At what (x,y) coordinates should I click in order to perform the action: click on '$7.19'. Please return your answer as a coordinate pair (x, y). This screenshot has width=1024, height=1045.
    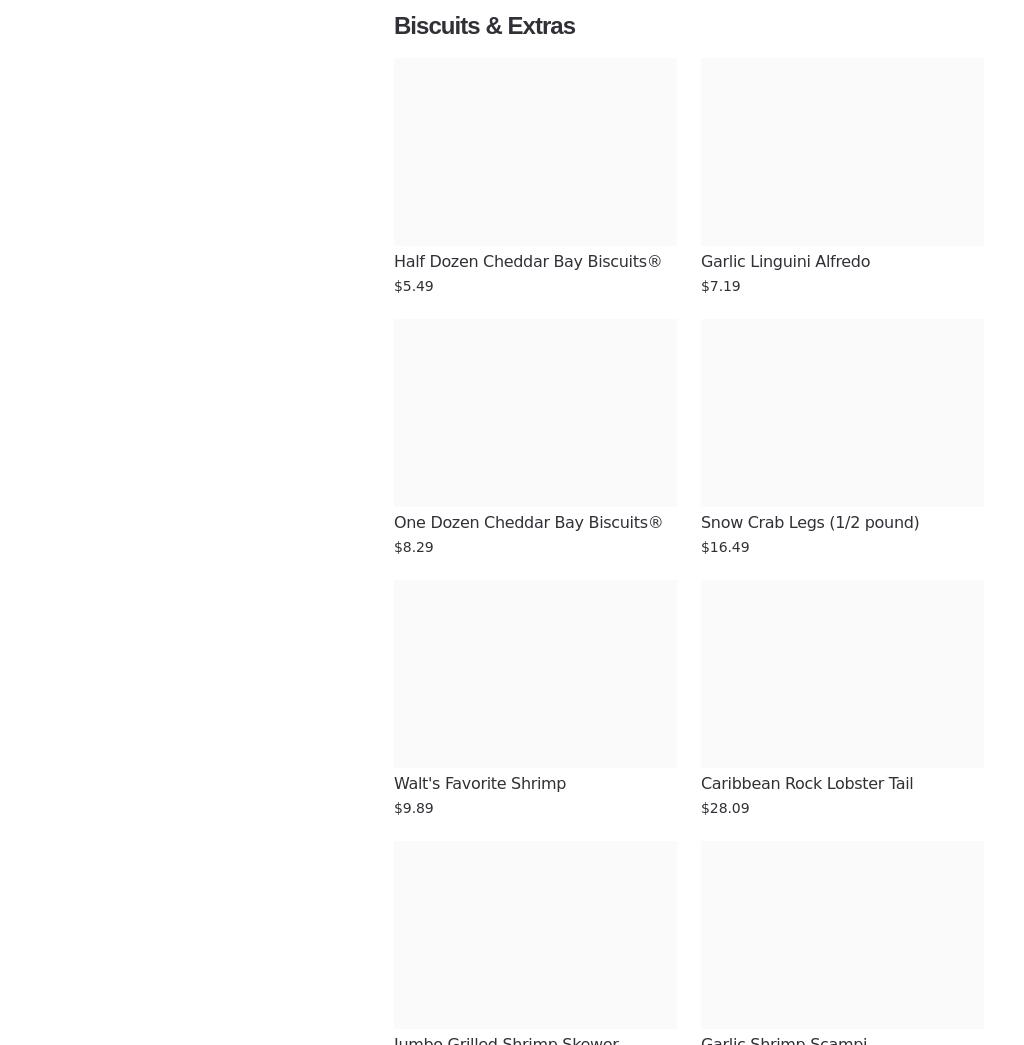
    Looking at the image, I should click on (720, 285).